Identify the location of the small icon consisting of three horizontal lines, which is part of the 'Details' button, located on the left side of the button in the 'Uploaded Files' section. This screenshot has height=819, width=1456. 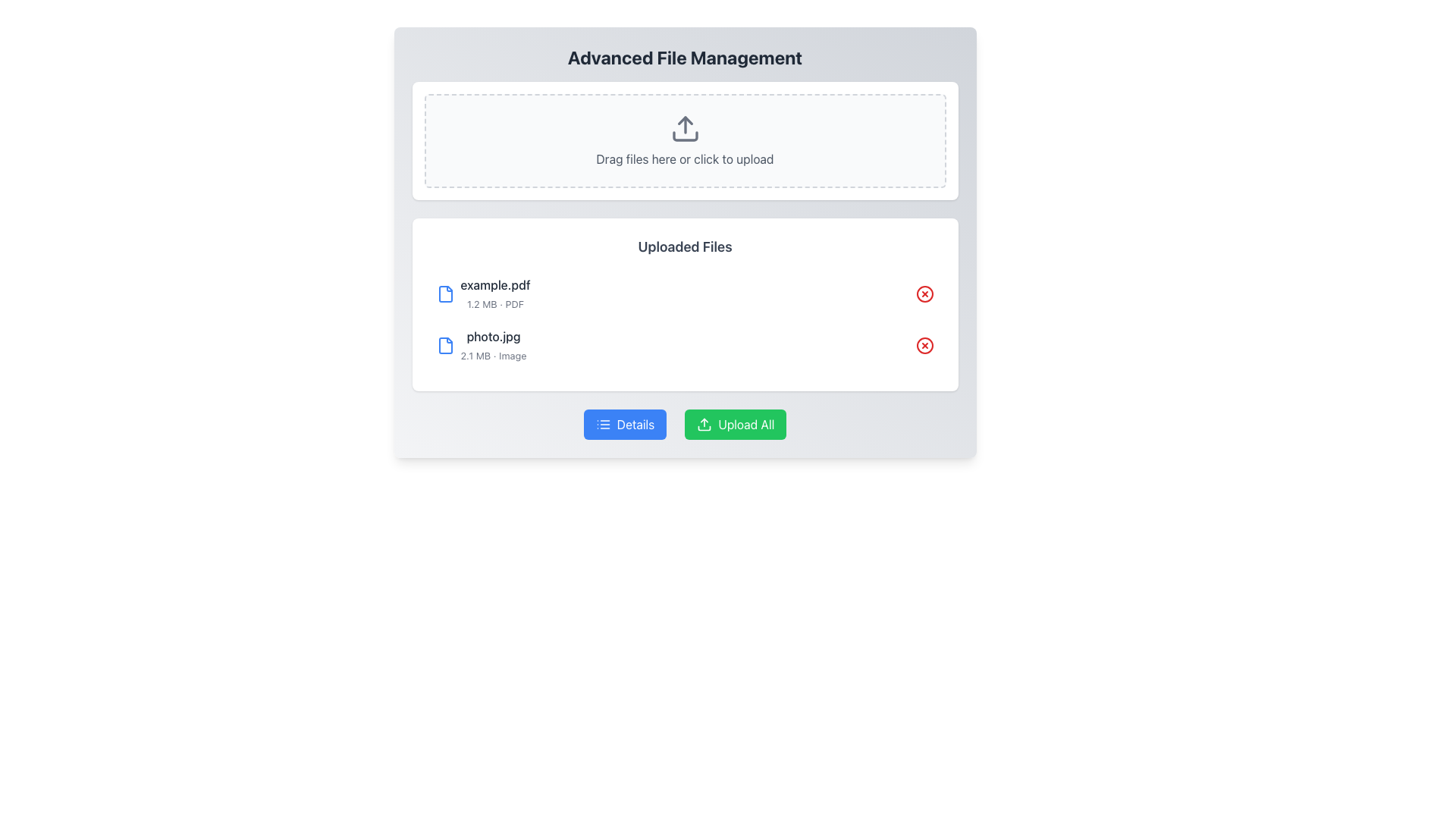
(602, 424).